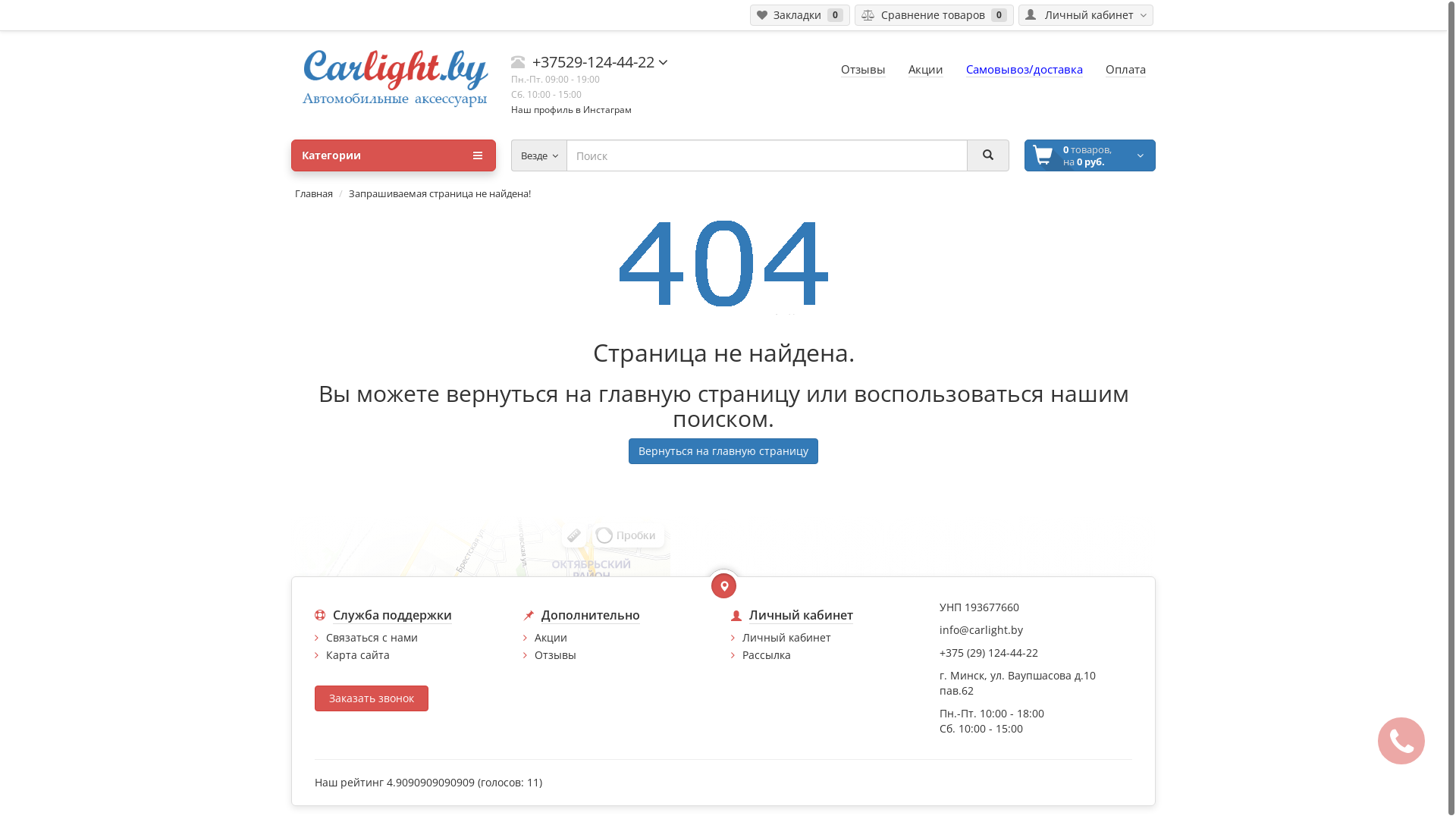 The width and height of the screenshot is (1456, 819). What do you see at coordinates (980, 629) in the screenshot?
I see `'info@carlight.by'` at bounding box center [980, 629].